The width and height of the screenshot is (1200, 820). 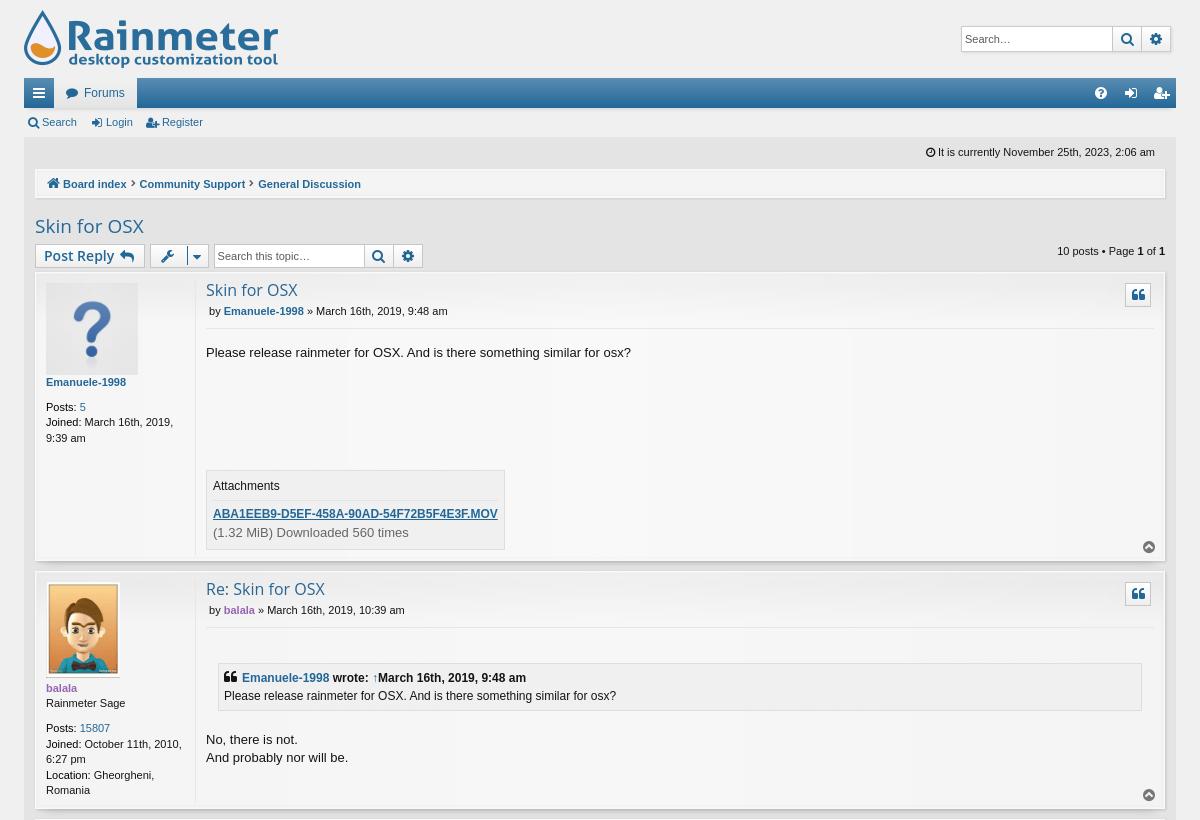 What do you see at coordinates (94, 726) in the screenshot?
I see `'15807'` at bounding box center [94, 726].